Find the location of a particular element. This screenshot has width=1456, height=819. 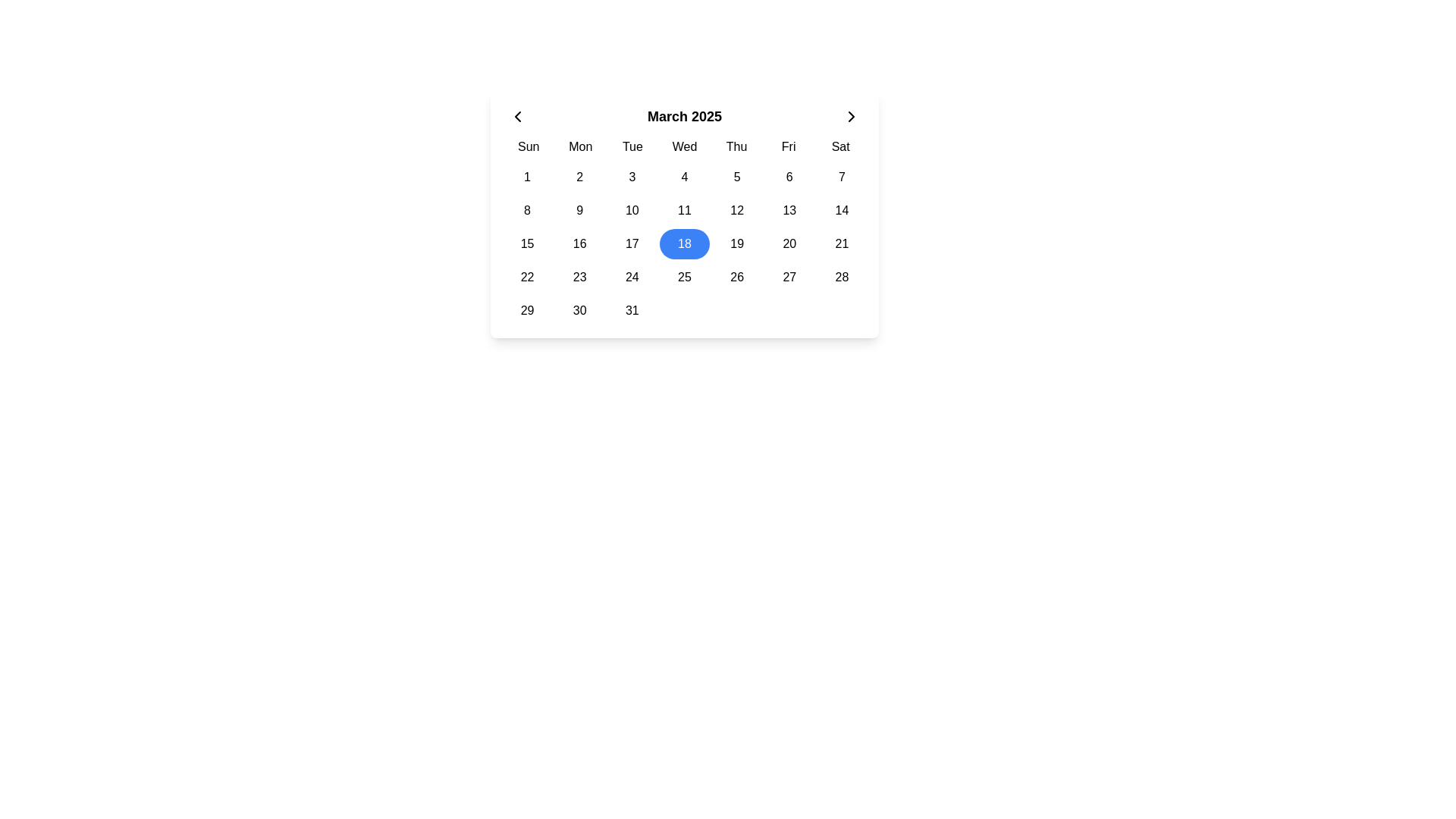

the button that allows users to select the date '16' in the calendar, located in the third row and second column of the calendar interface is located at coordinates (579, 243).